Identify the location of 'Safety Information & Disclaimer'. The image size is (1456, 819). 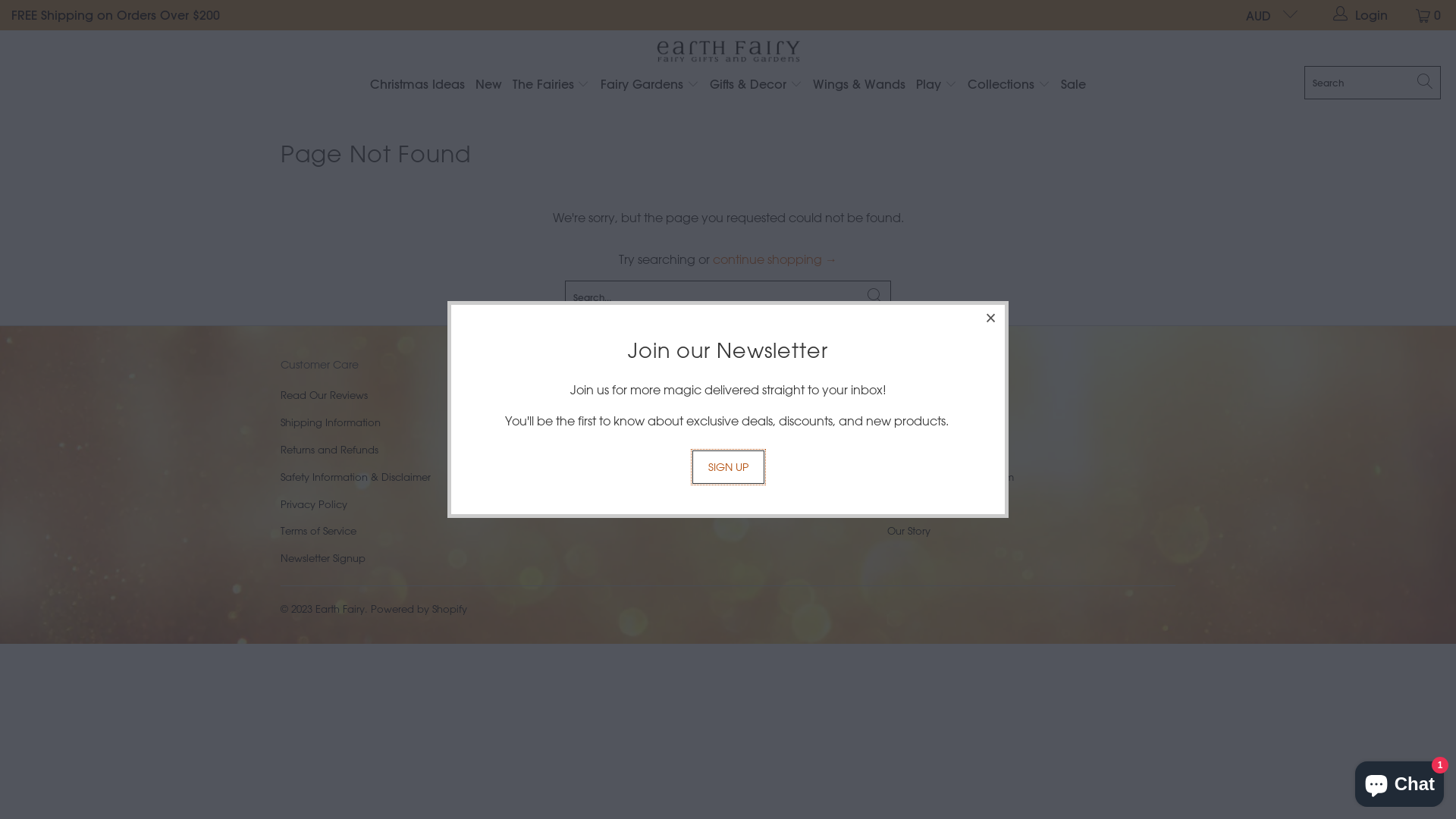
(355, 475).